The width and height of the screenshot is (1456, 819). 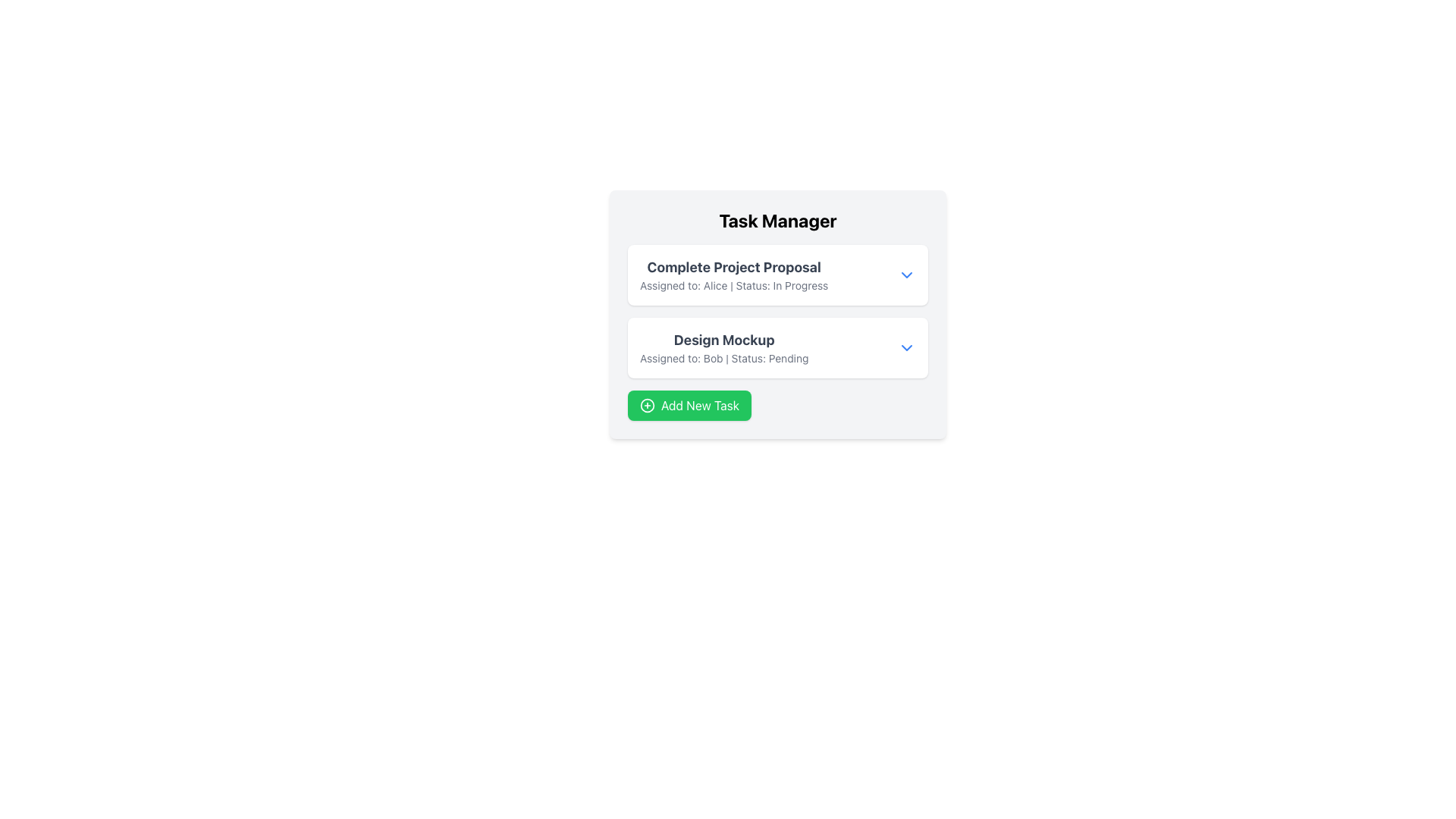 I want to click on text label 'Design Mockup' which is presented in a bold and large font size, styled with a darker gray color, located at the center top of a task card, so click(x=723, y=339).